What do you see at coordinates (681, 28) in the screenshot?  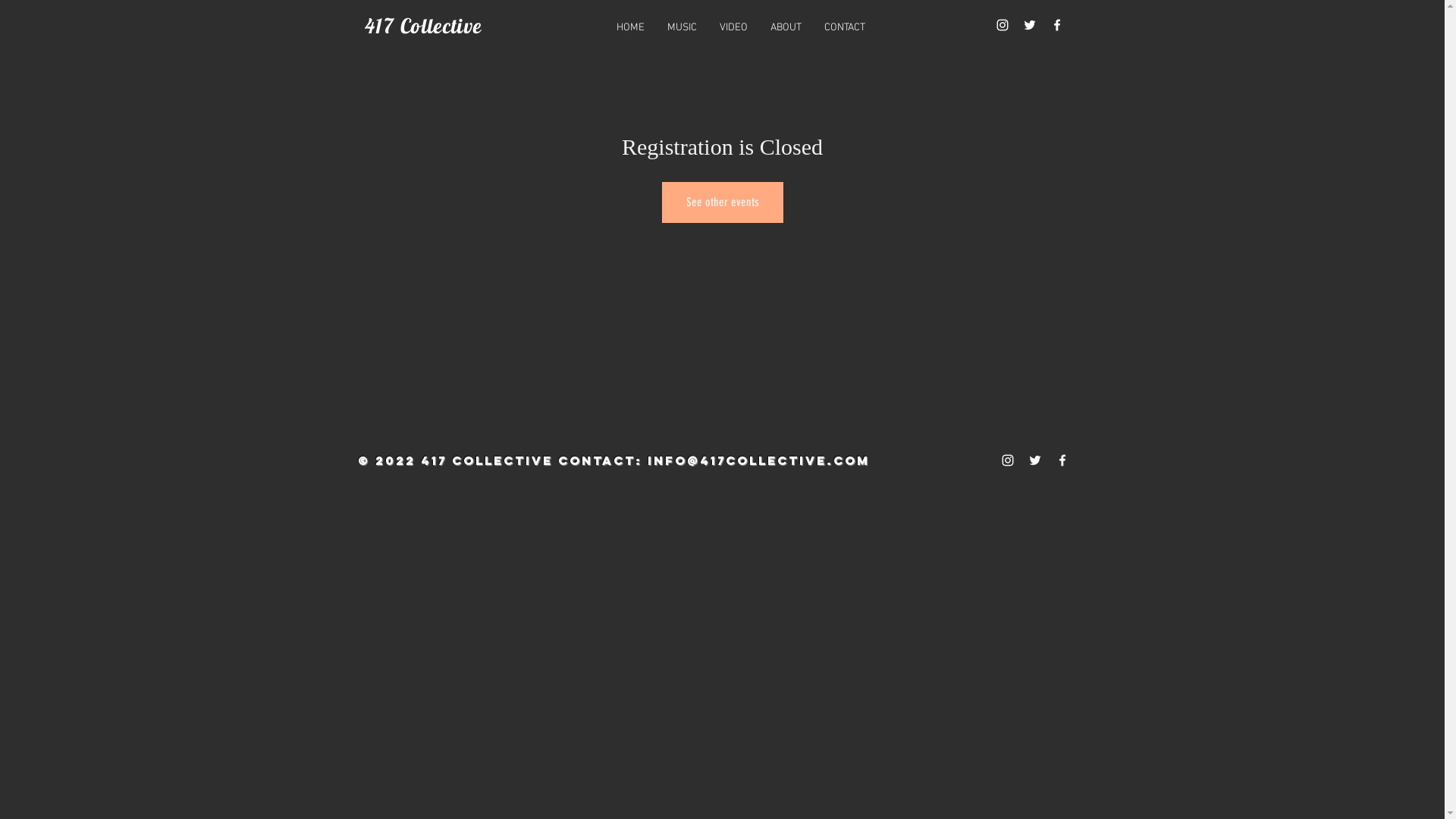 I see `'MUSIC'` at bounding box center [681, 28].